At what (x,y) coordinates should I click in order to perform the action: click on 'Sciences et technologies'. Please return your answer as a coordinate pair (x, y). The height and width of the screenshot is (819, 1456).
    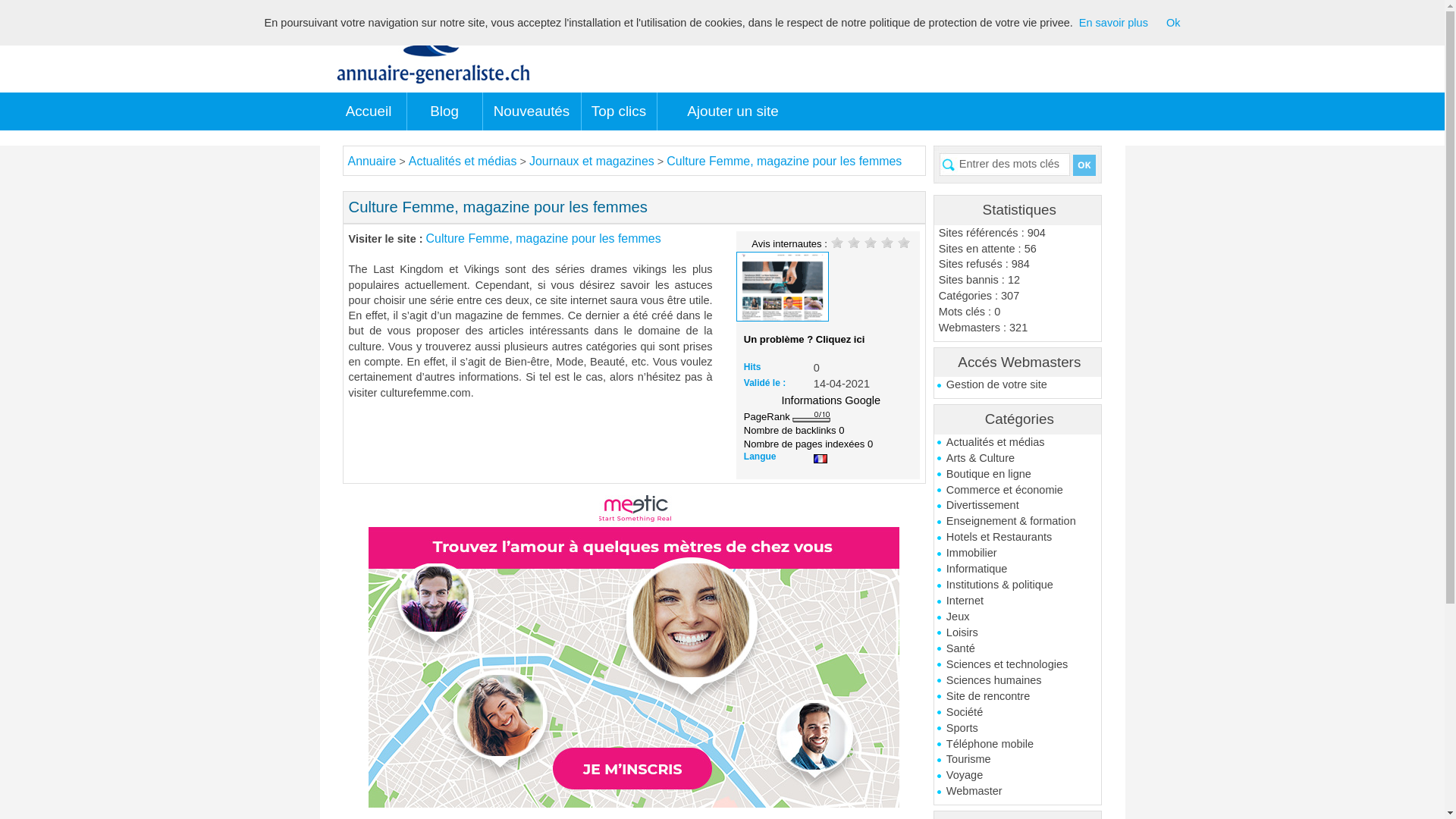
    Looking at the image, I should click on (1018, 664).